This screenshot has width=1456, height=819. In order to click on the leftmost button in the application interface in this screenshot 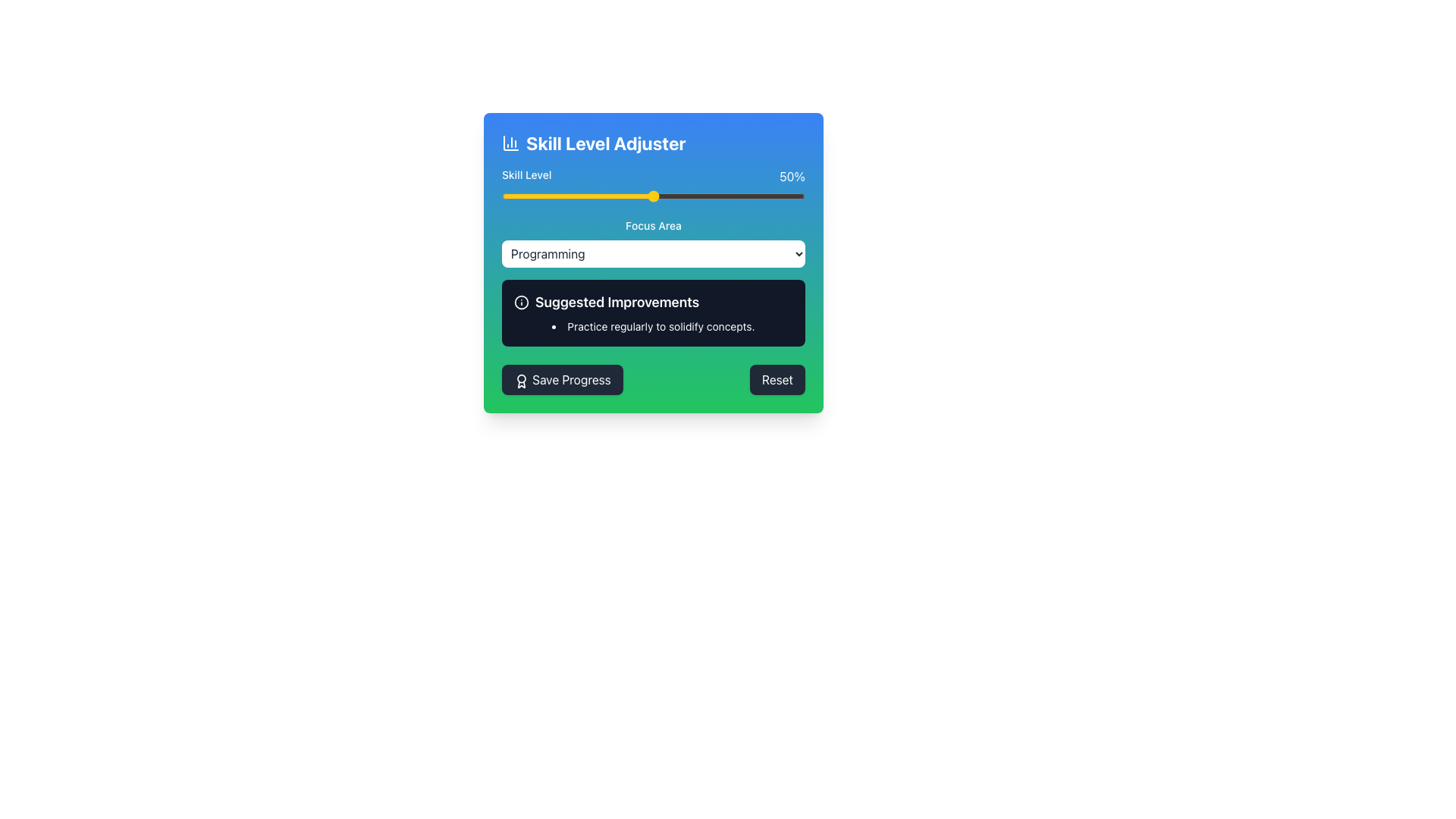, I will do `click(561, 379)`.